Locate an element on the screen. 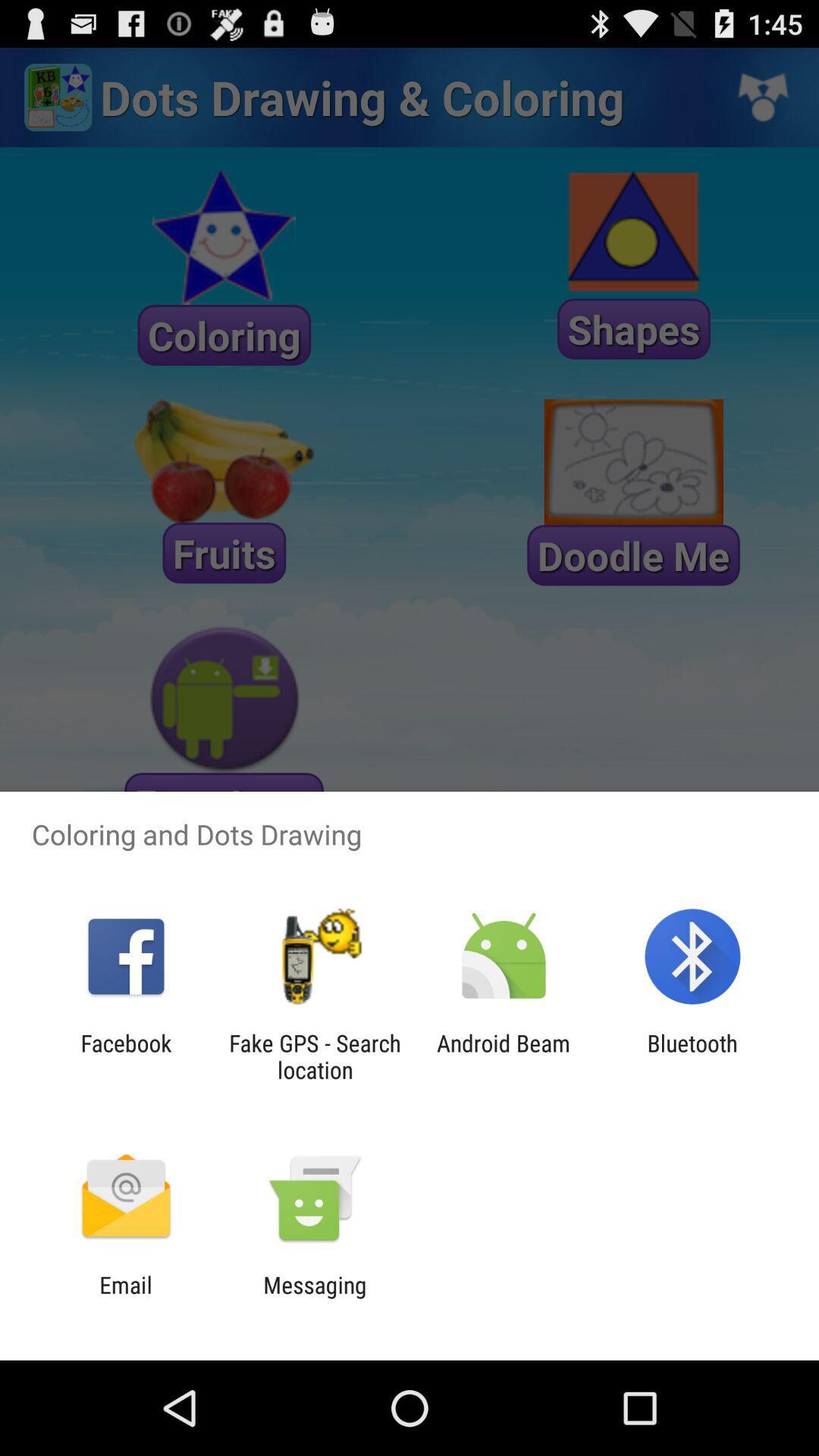  app to the left of bluetooth is located at coordinates (504, 1056).